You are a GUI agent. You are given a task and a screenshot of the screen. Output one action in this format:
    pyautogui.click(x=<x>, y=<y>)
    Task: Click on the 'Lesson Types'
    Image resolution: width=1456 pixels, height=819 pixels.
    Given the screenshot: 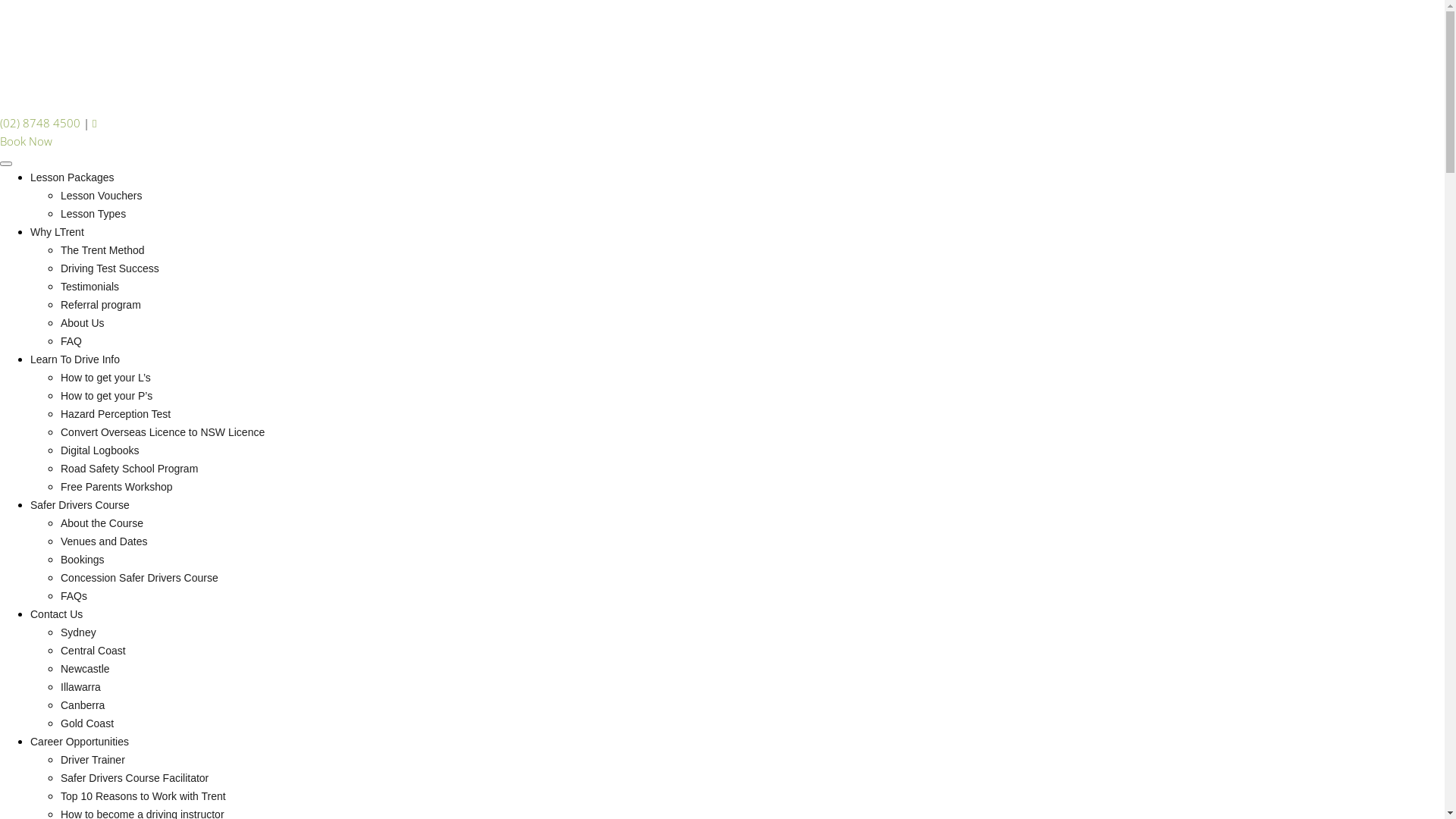 What is the action you would take?
    pyautogui.click(x=61, y=213)
    